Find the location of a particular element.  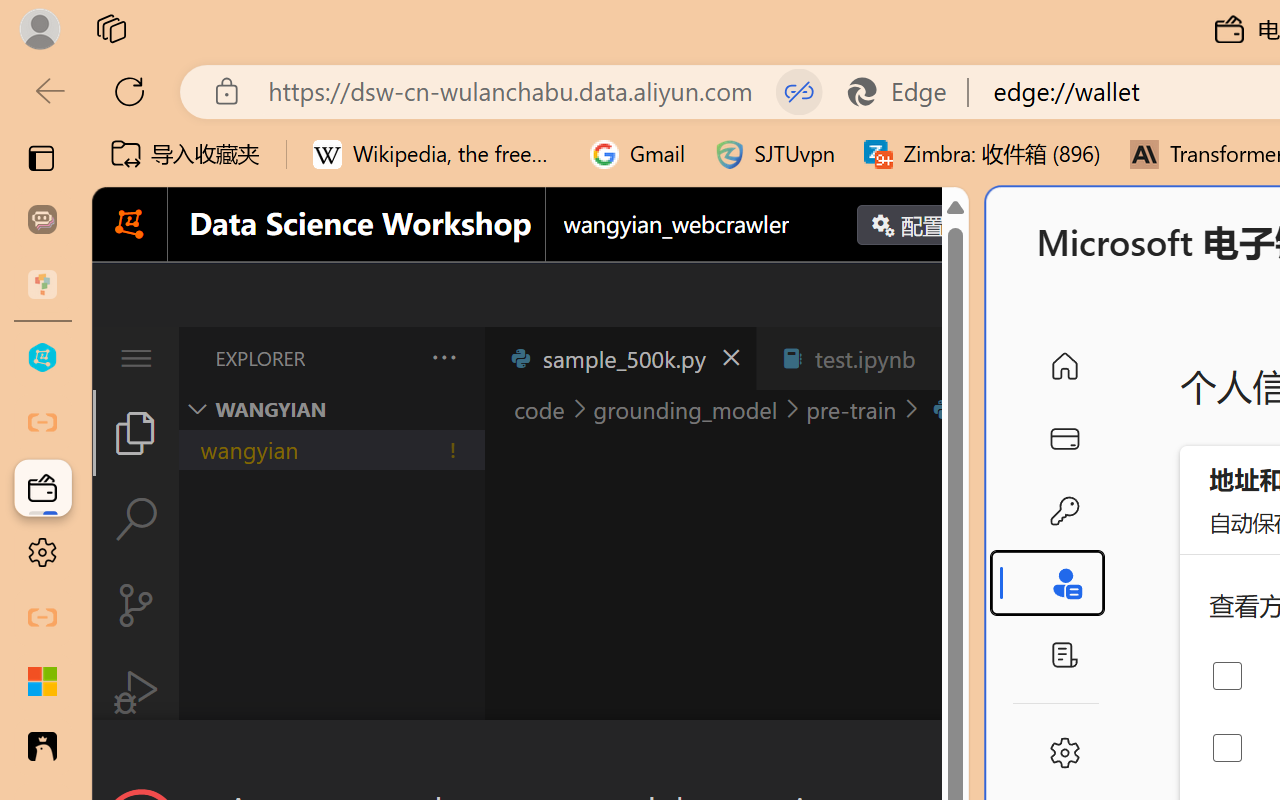

'SJTUvpn' is located at coordinates (773, 154).